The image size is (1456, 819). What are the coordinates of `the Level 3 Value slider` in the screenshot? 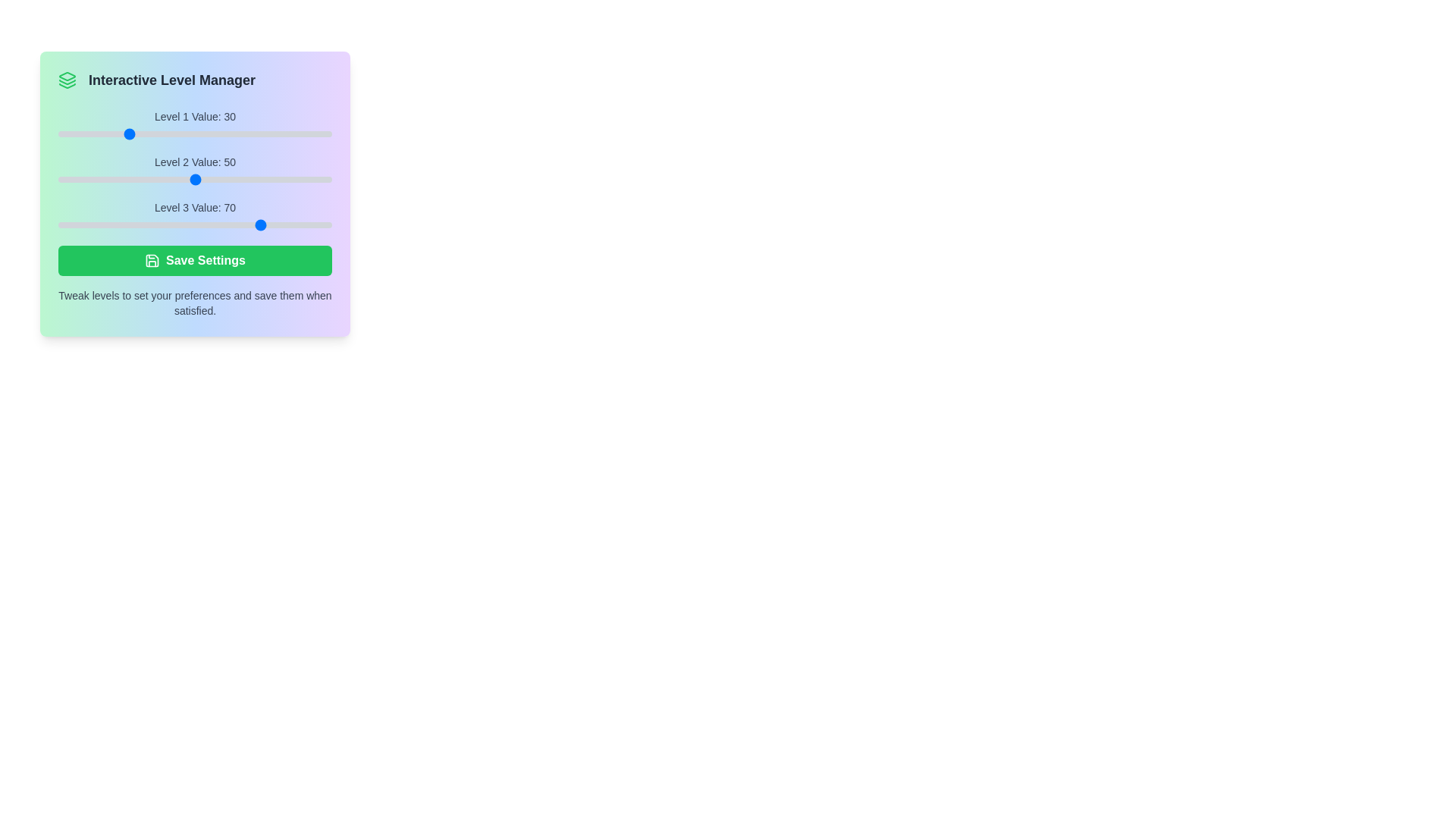 It's located at (194, 225).